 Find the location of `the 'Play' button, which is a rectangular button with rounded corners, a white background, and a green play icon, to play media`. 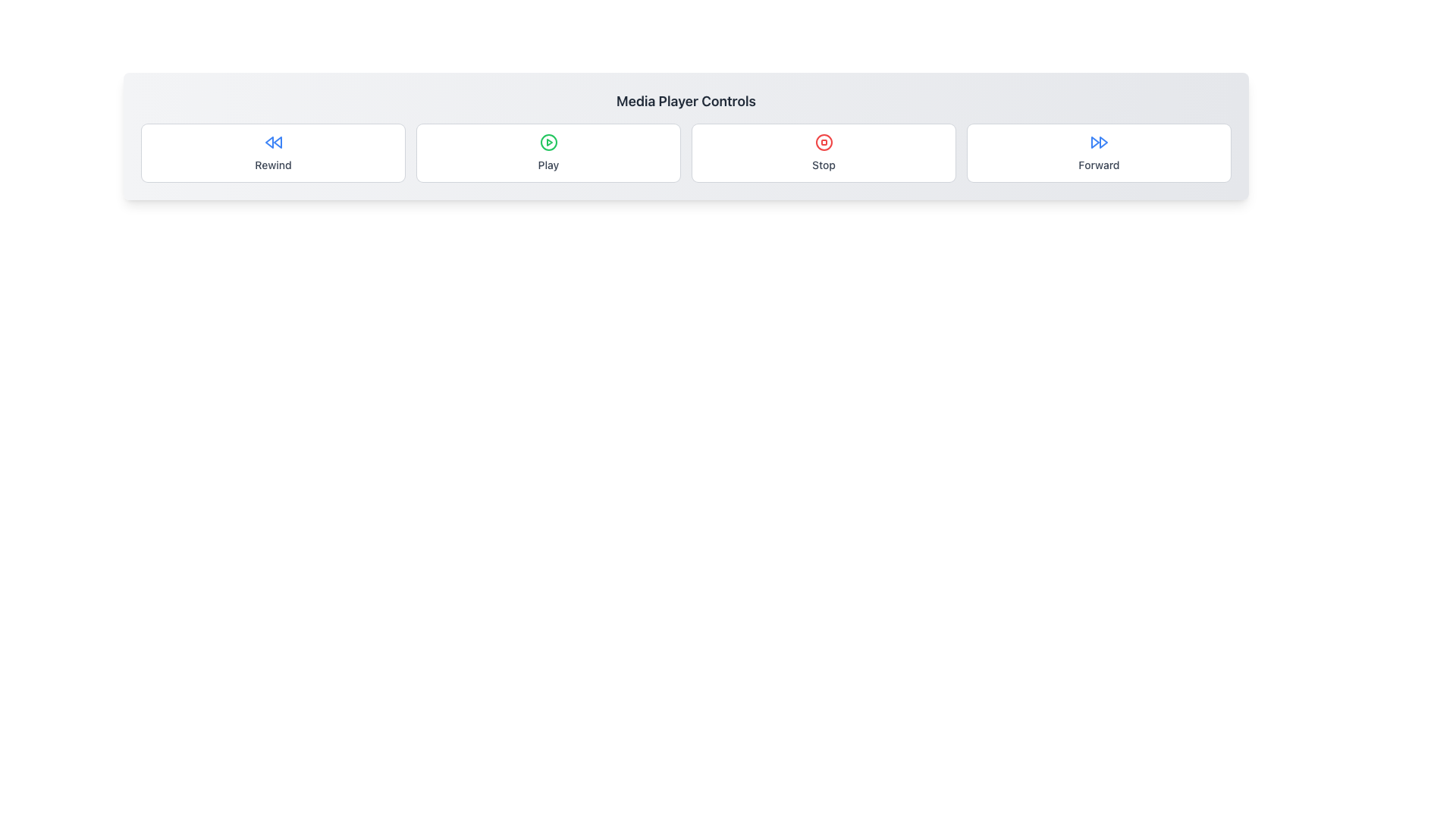

the 'Play' button, which is a rectangular button with rounded corners, a white background, and a green play icon, to play media is located at coordinates (548, 152).